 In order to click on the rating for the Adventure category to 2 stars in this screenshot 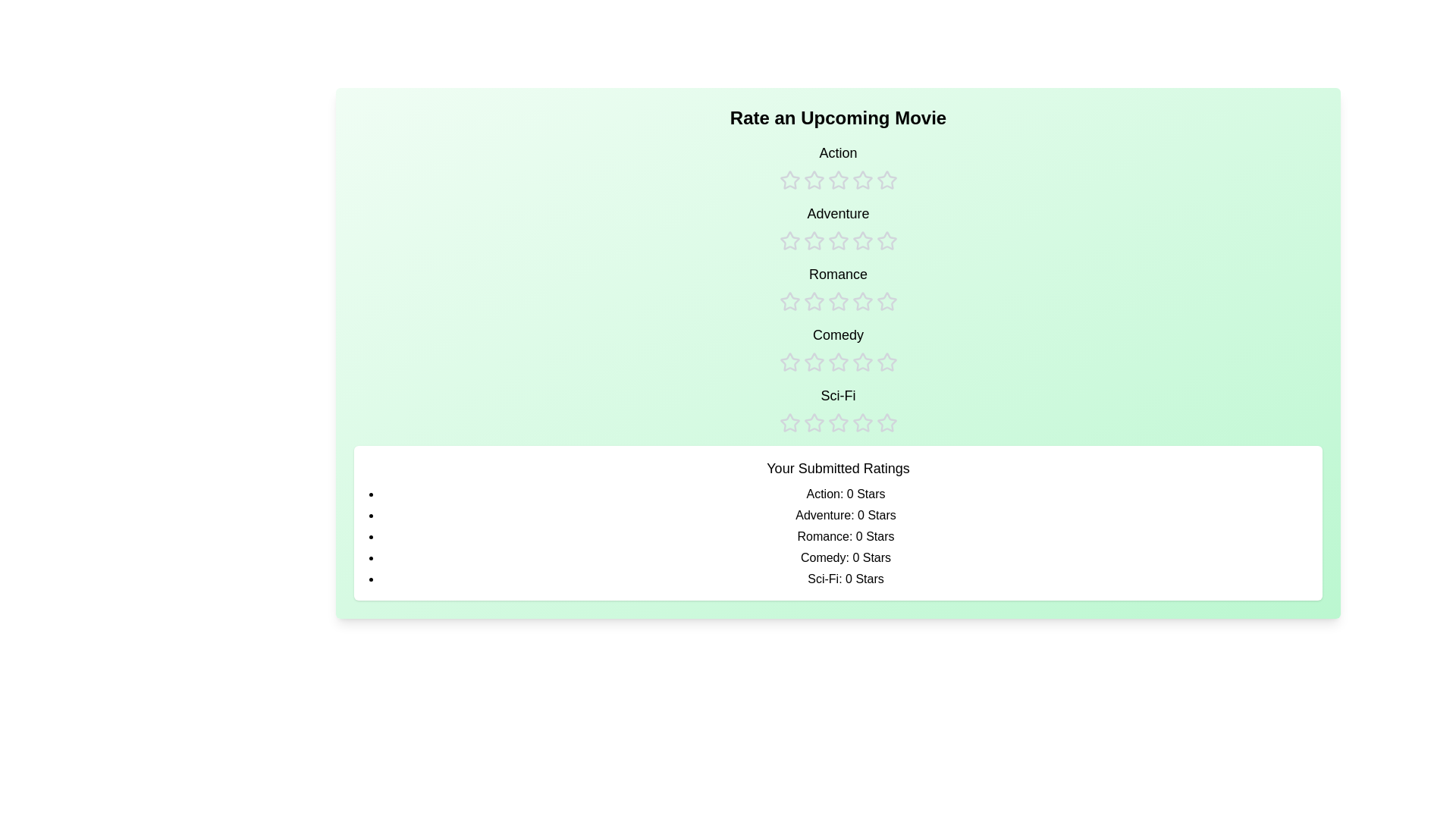, I will do `click(813, 227)`.